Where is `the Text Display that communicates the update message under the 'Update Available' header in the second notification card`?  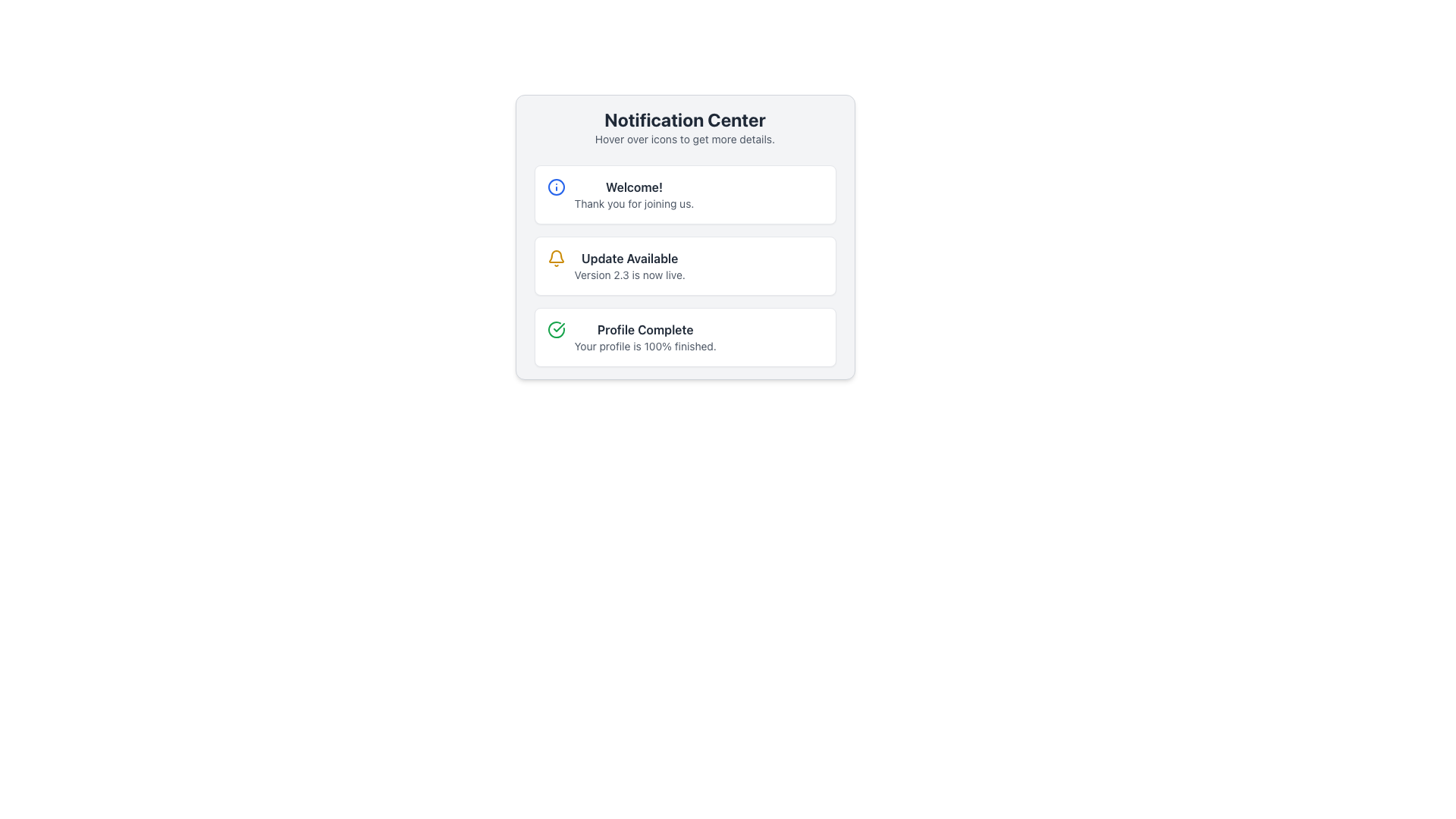
the Text Display that communicates the update message under the 'Update Available' header in the second notification card is located at coordinates (629, 275).